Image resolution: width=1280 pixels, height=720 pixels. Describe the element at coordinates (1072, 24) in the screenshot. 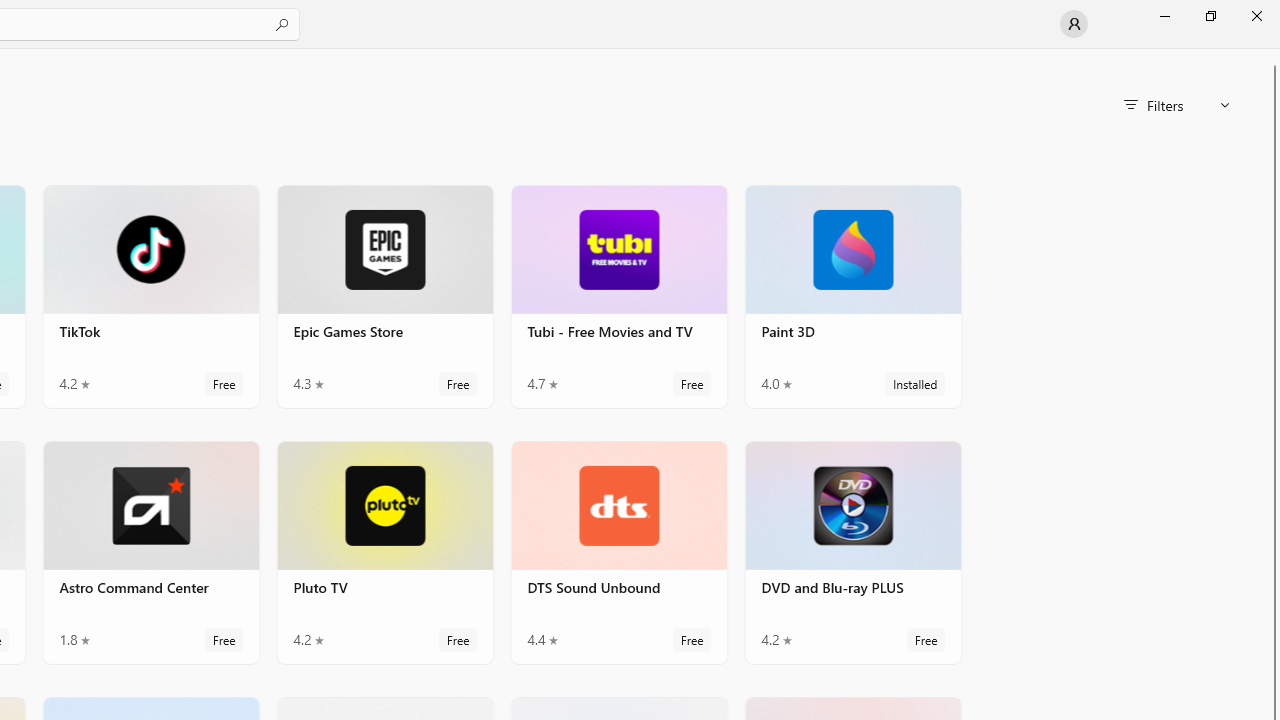

I see `'User profile'` at that location.